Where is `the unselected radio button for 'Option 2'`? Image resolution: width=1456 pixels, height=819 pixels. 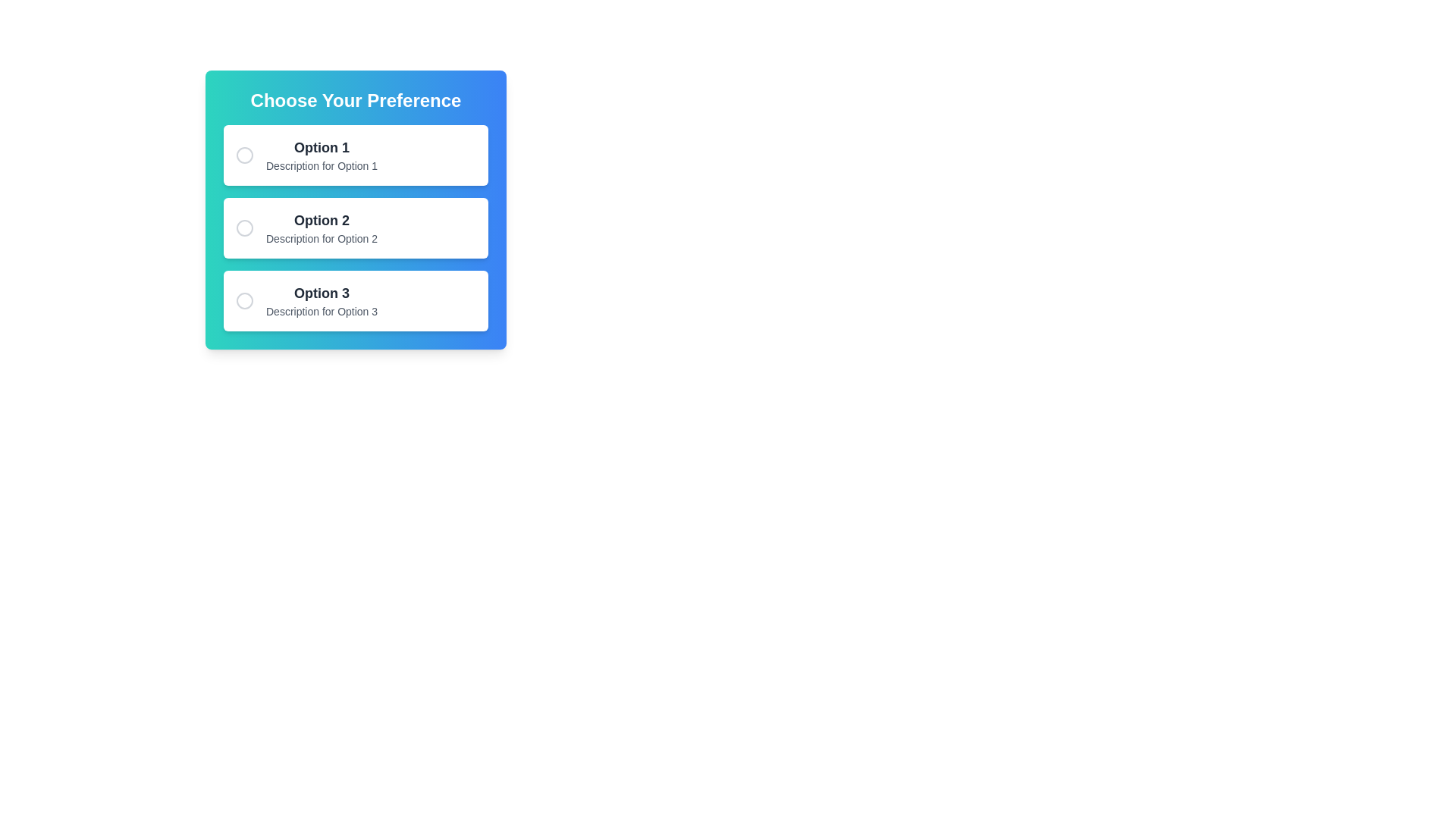
the unselected radio button for 'Option 2' is located at coordinates (244, 227).